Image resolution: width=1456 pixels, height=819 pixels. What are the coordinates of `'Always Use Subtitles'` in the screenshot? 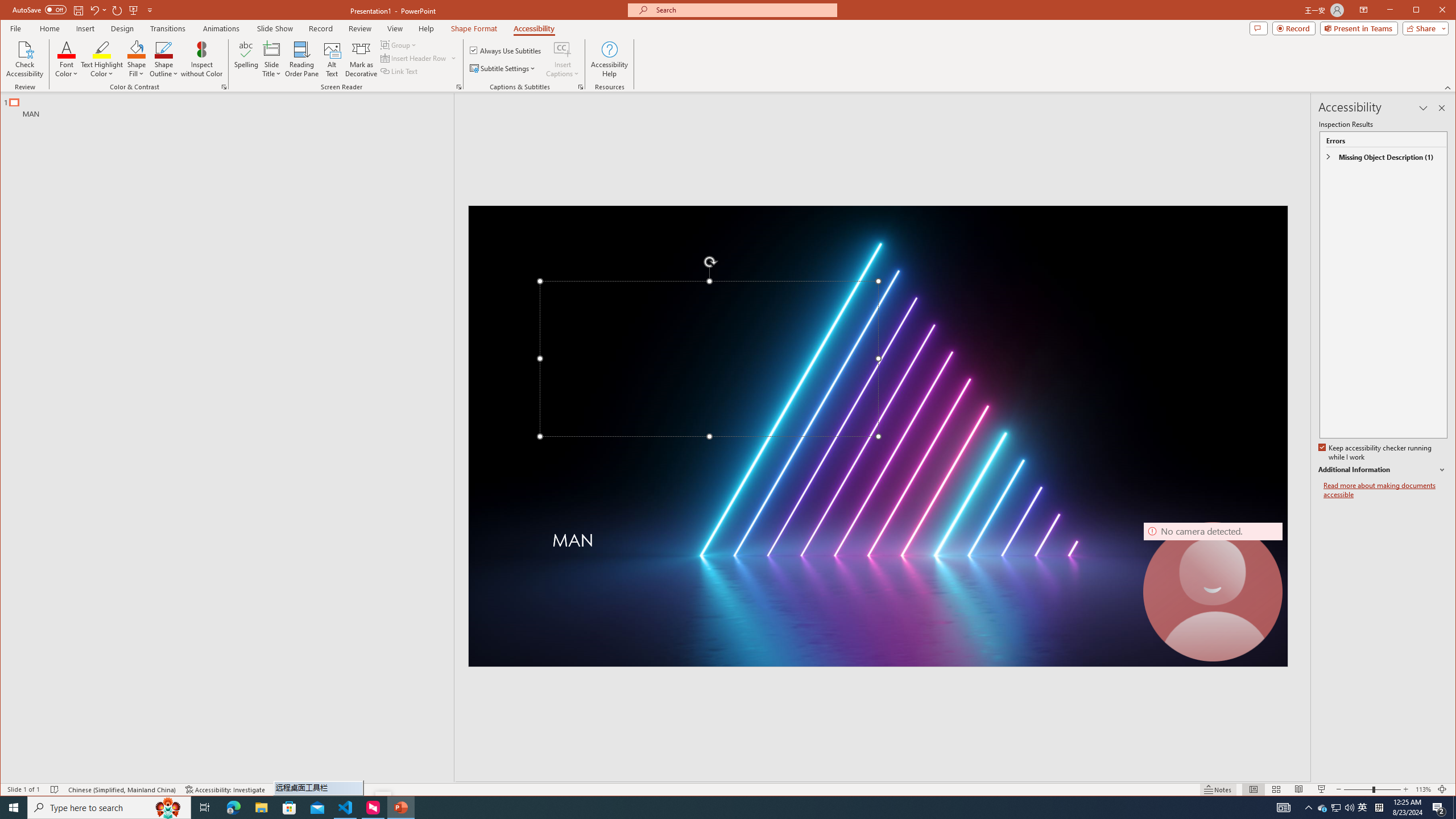 It's located at (505, 49).